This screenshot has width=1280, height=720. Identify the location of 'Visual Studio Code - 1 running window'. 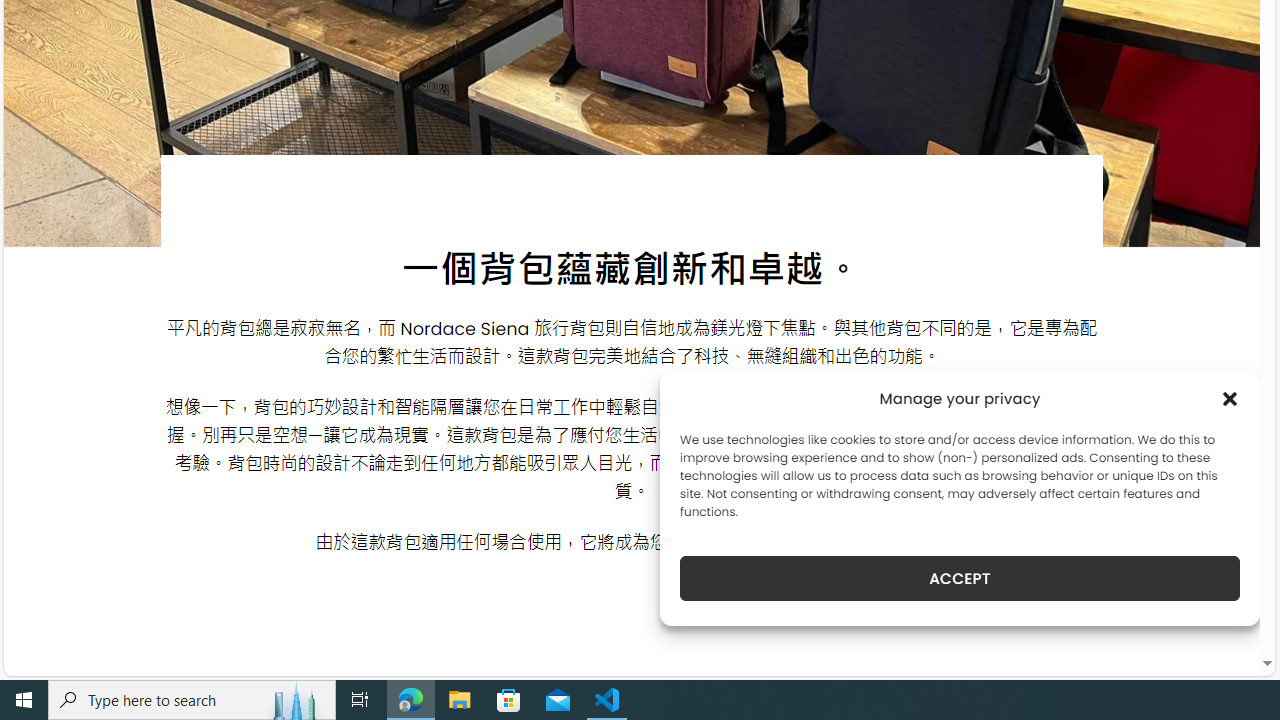
(606, 698).